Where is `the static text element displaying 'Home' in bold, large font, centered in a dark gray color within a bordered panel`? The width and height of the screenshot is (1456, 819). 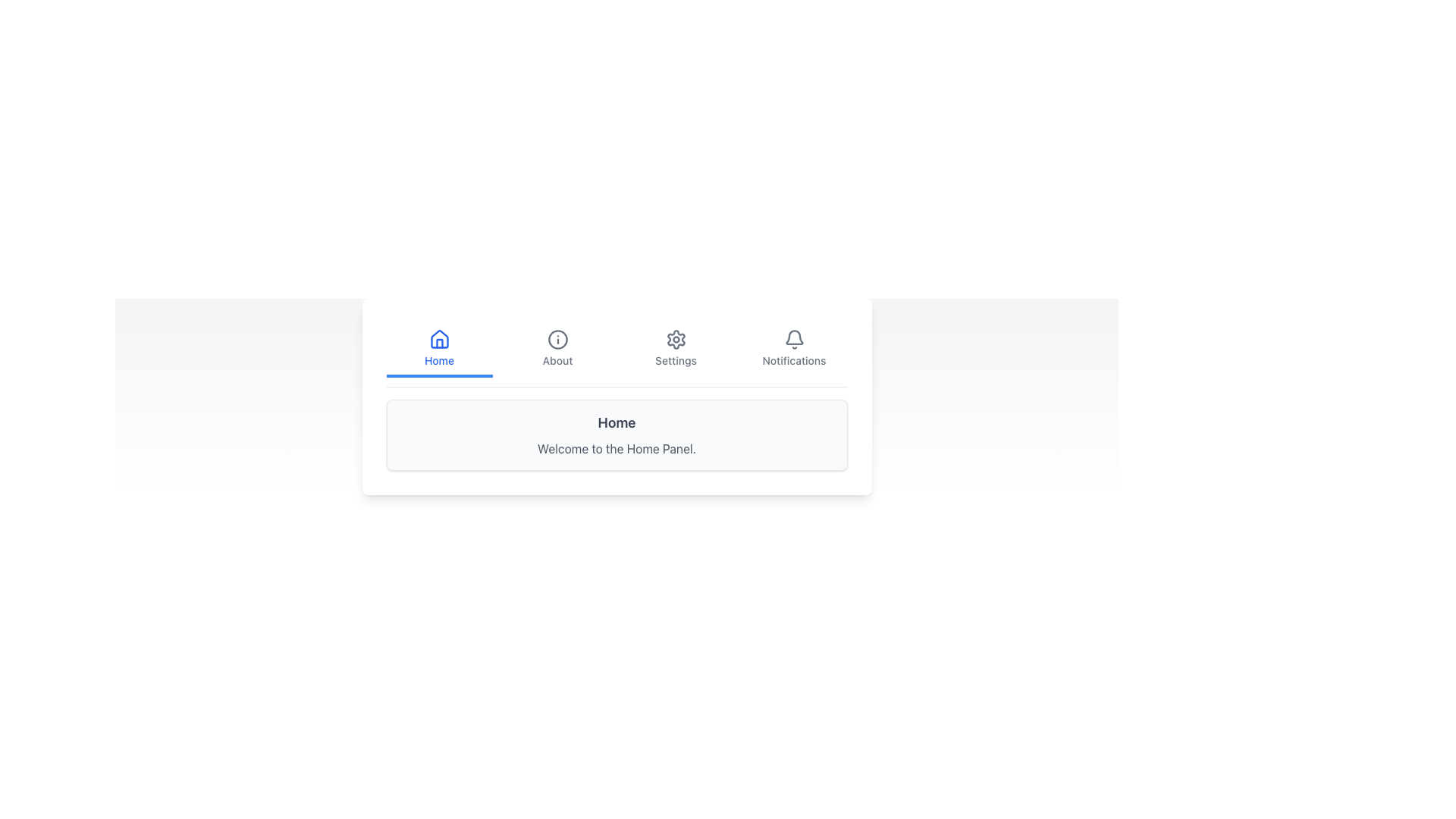
the static text element displaying 'Home' in bold, large font, centered in a dark gray color within a bordered panel is located at coordinates (617, 423).